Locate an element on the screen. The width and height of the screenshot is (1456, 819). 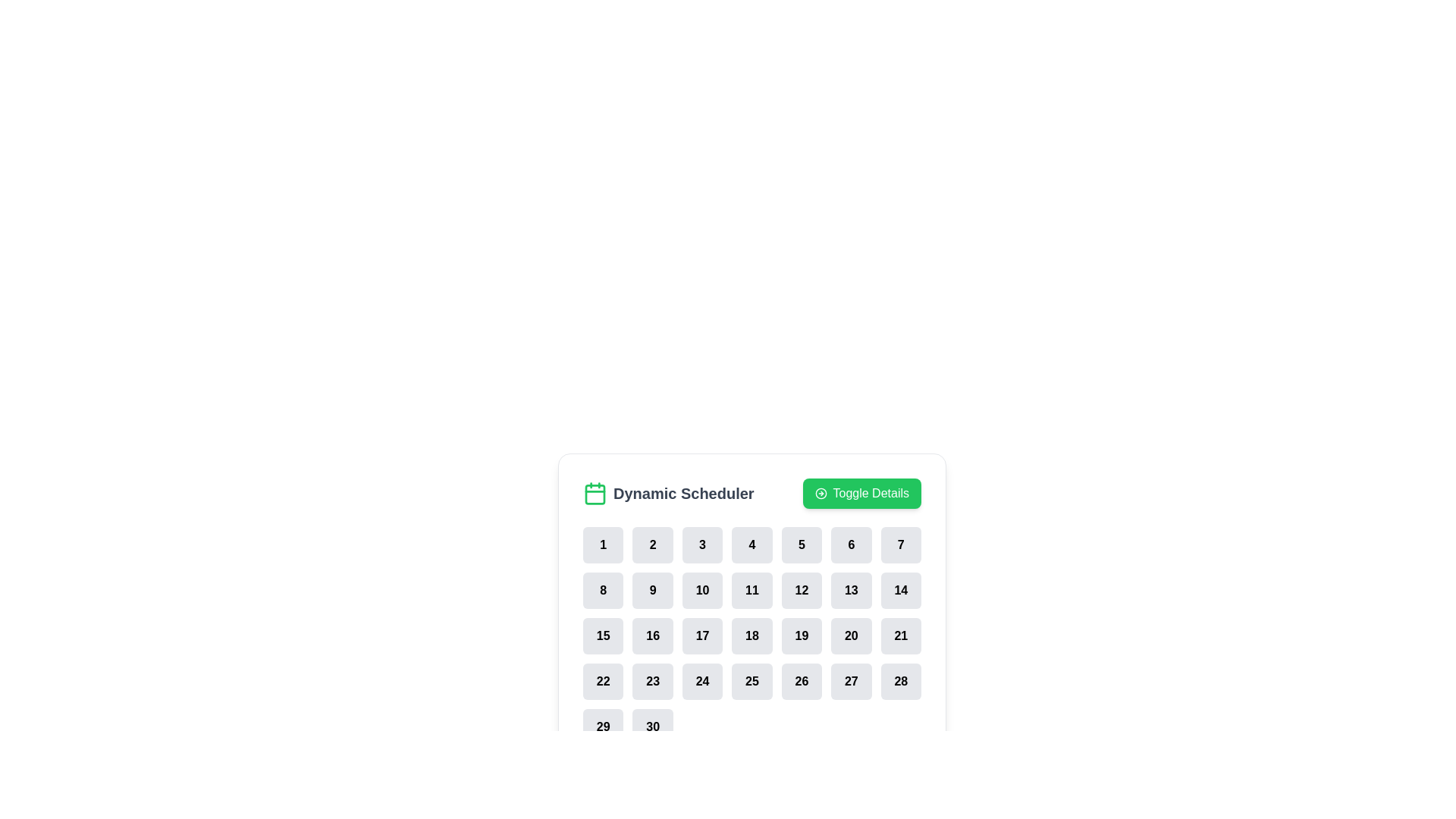
the button that represents the number 9 in the second row and second column of the grid is located at coordinates (653, 590).